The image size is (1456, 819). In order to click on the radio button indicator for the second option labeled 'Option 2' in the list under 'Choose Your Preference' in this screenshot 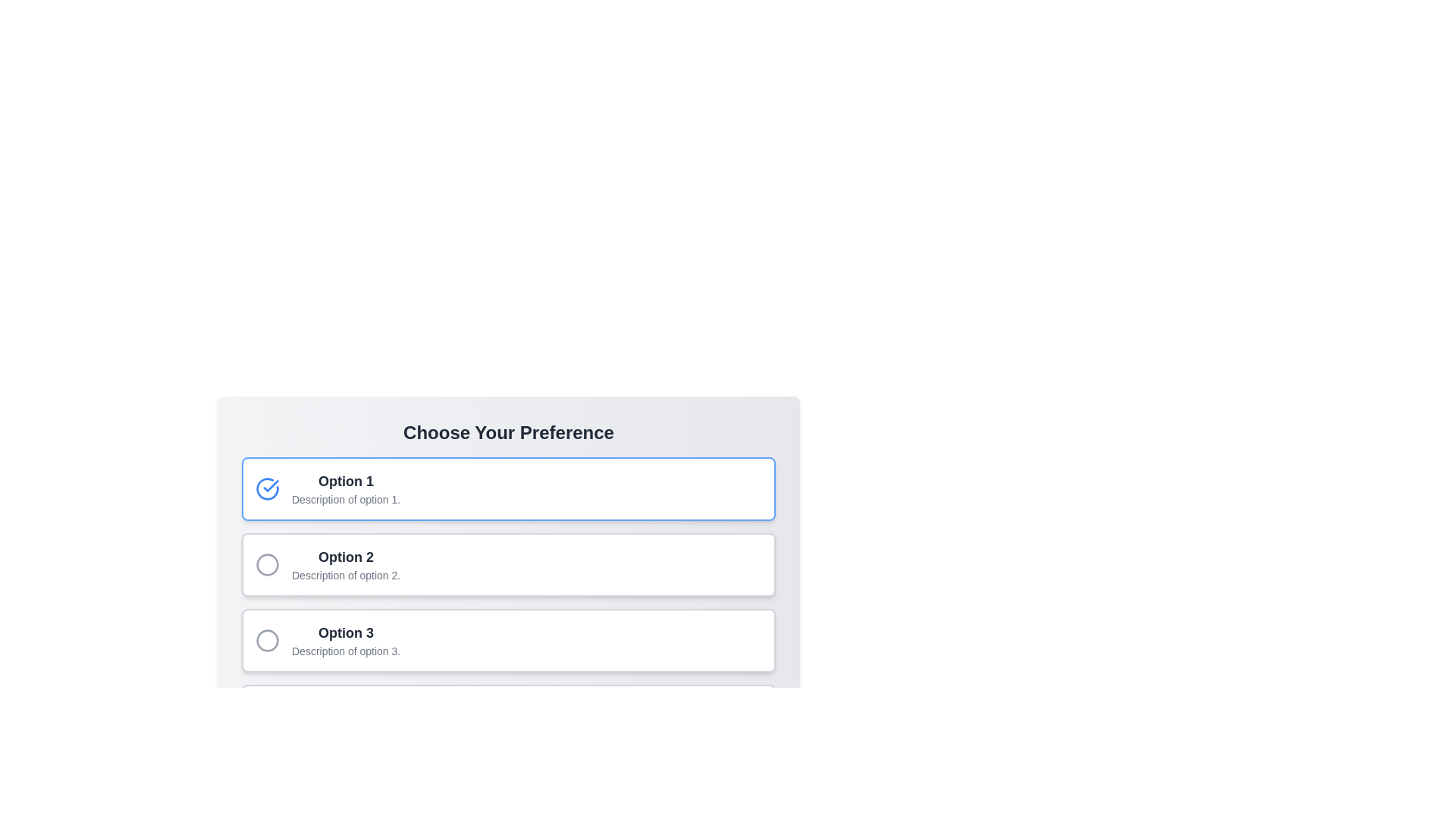, I will do `click(268, 564)`.